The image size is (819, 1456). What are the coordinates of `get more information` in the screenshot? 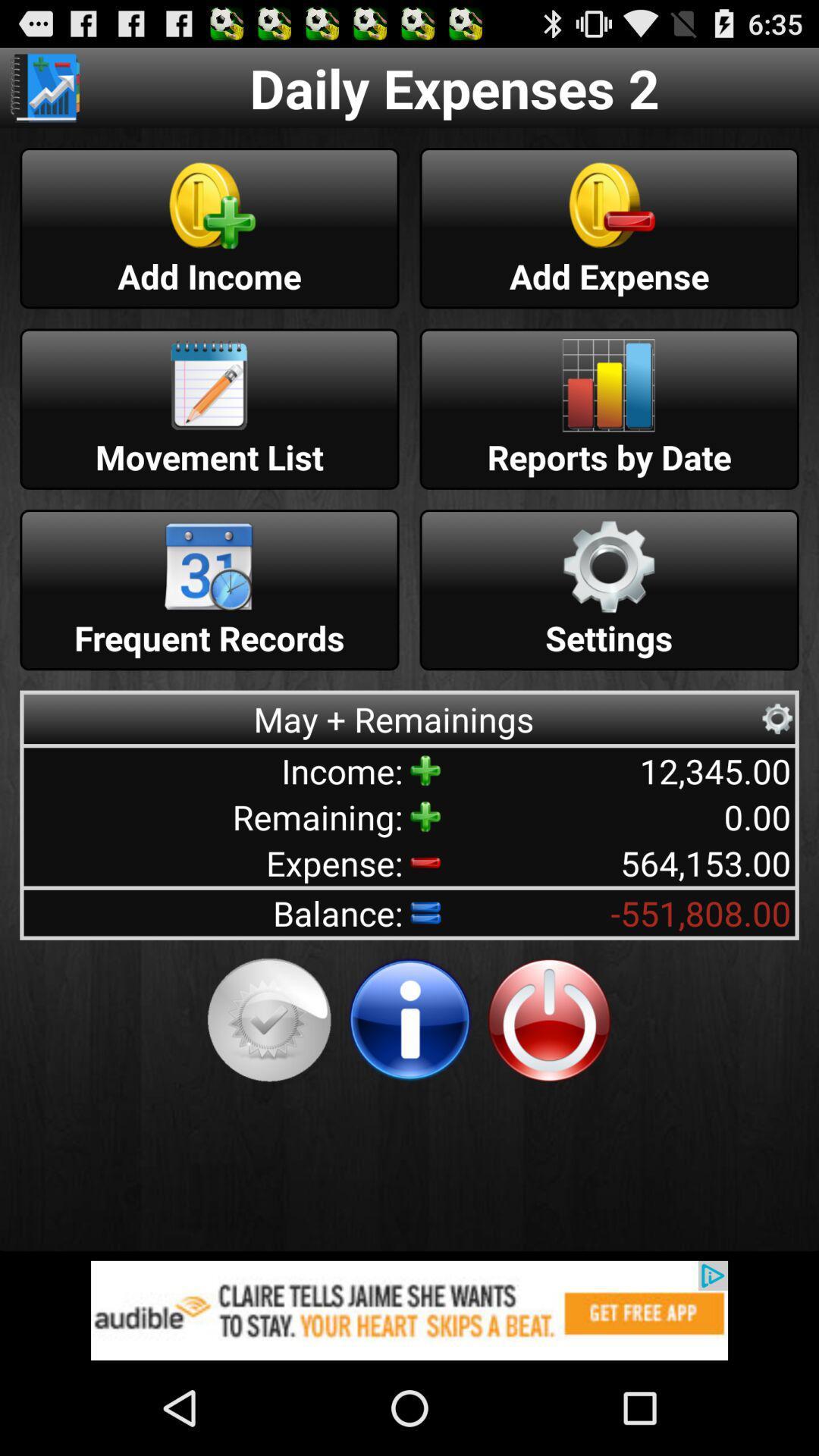 It's located at (409, 1020).